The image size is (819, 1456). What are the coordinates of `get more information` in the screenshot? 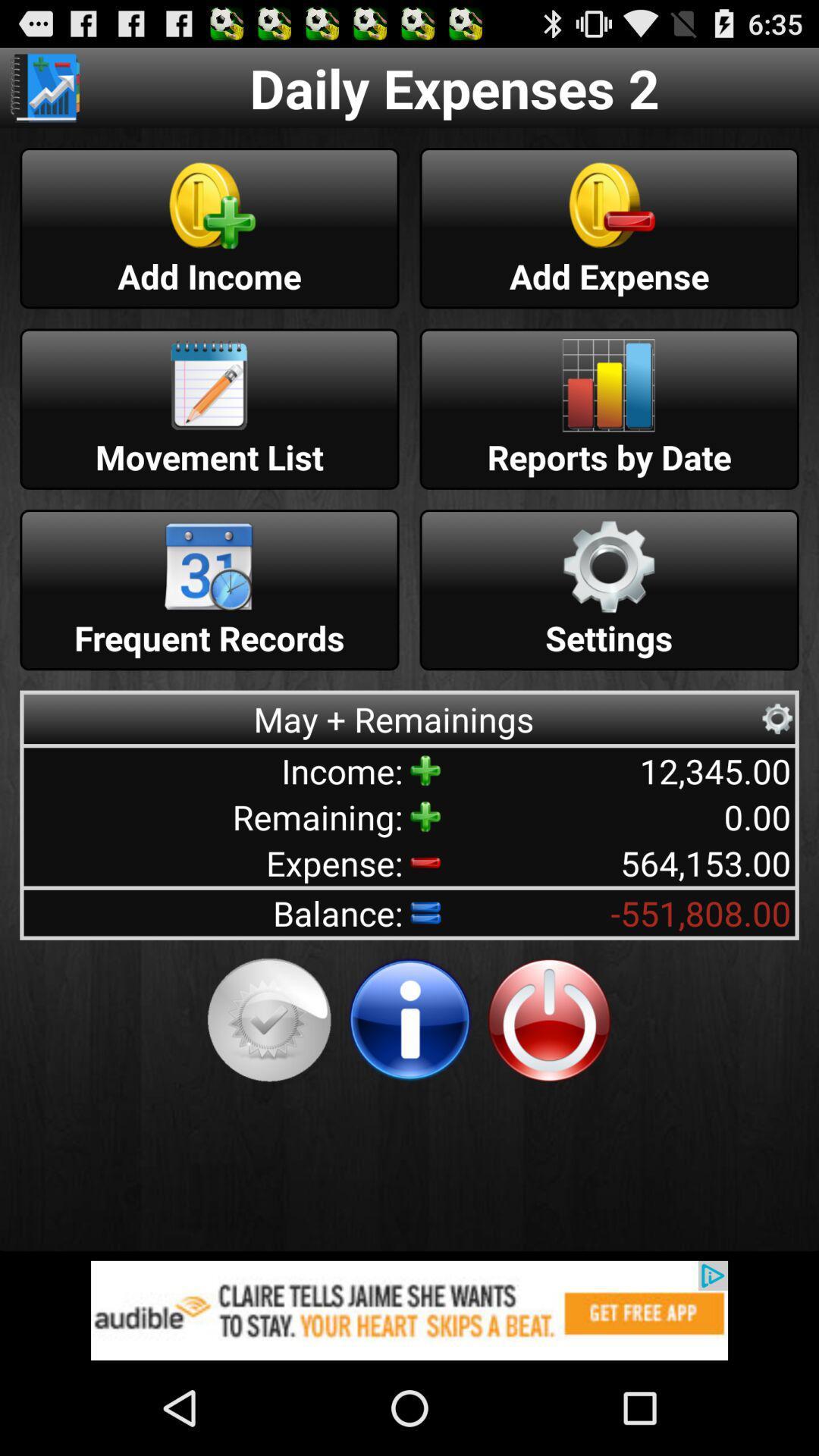 It's located at (409, 1020).